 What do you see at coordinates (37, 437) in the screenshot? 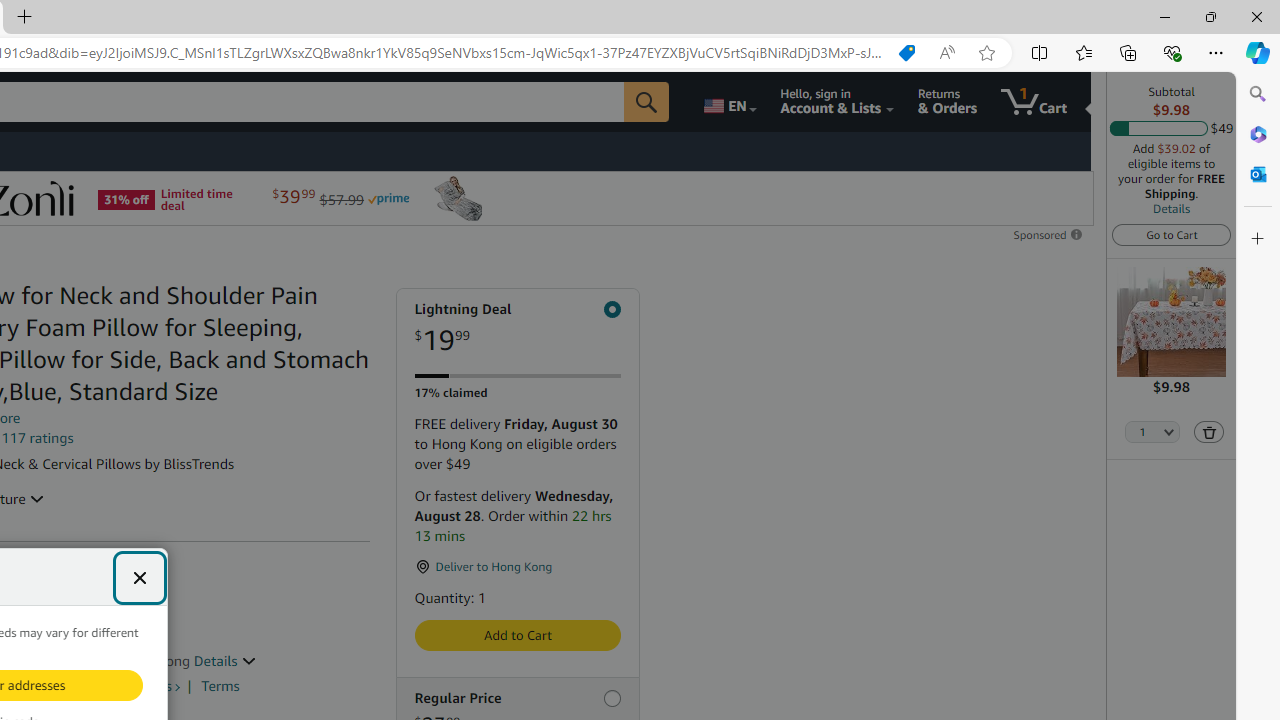
I see `'117 ratings'` at bounding box center [37, 437].